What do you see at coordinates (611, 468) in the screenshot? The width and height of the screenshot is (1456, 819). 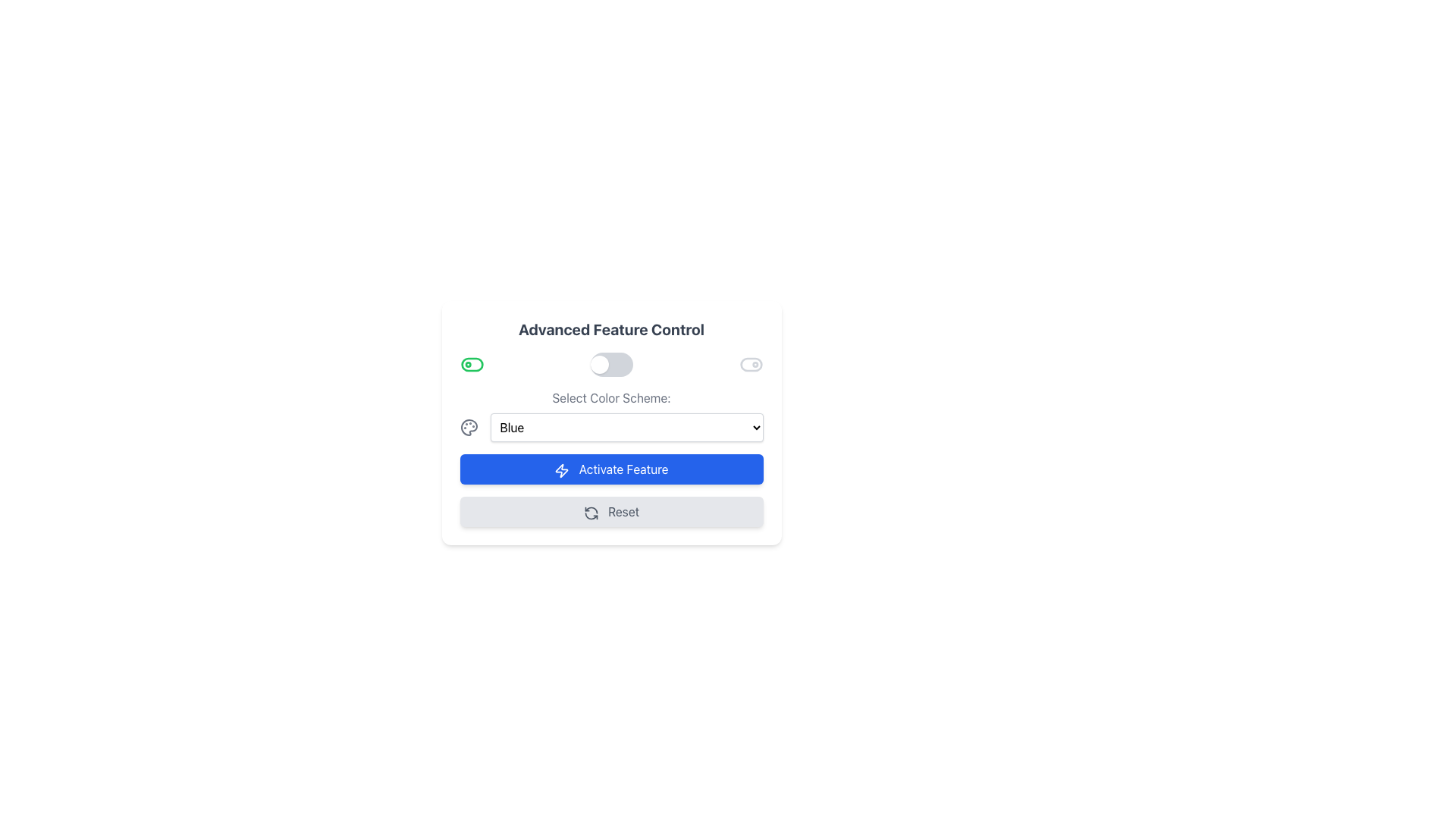 I see `the button labeled 'Activate Feature' with a blue background and a lightning bolt icon` at bounding box center [611, 468].